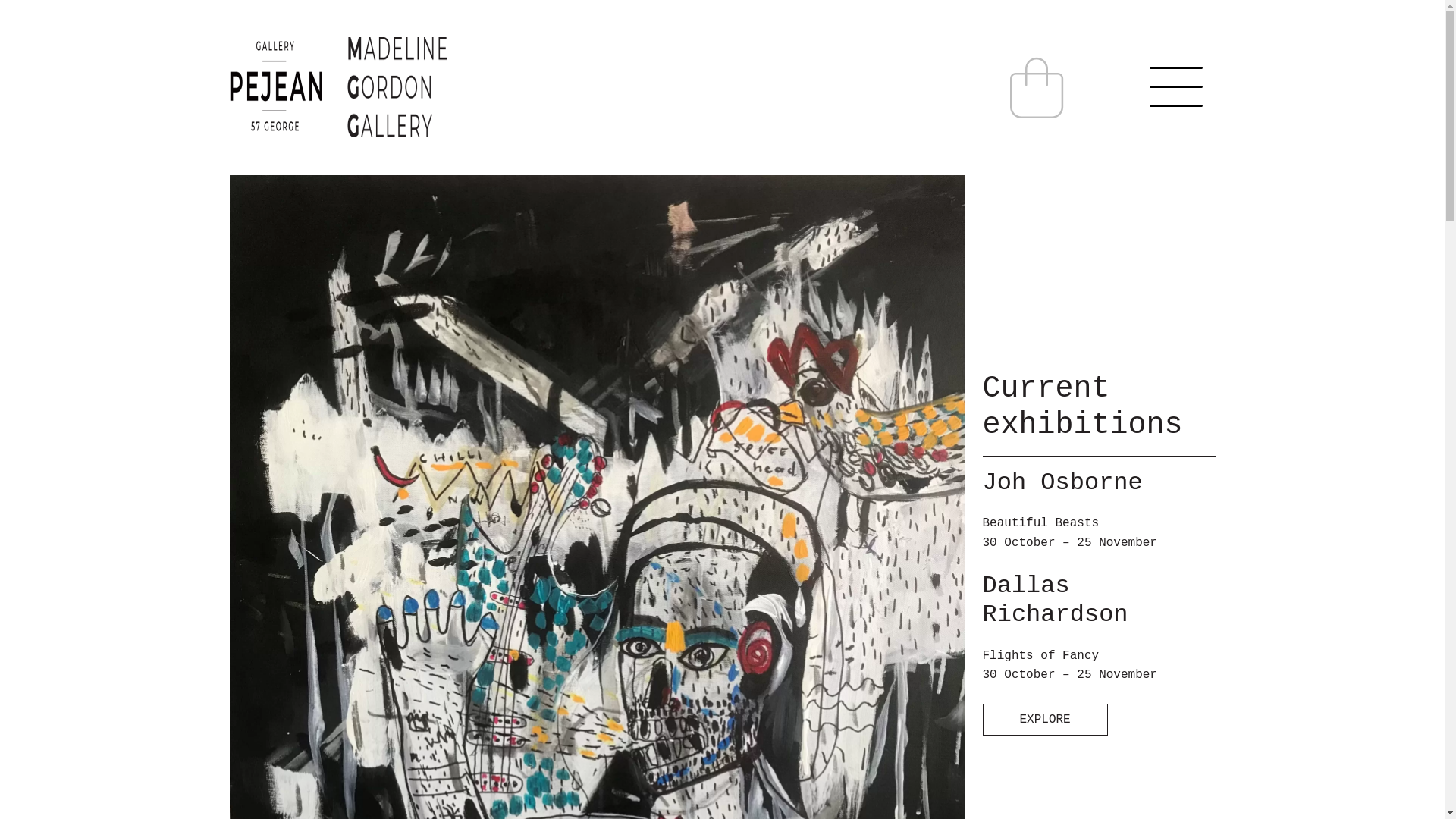 This screenshot has height=819, width=1456. What do you see at coordinates (983, 718) in the screenshot?
I see `'EXPLORE'` at bounding box center [983, 718].